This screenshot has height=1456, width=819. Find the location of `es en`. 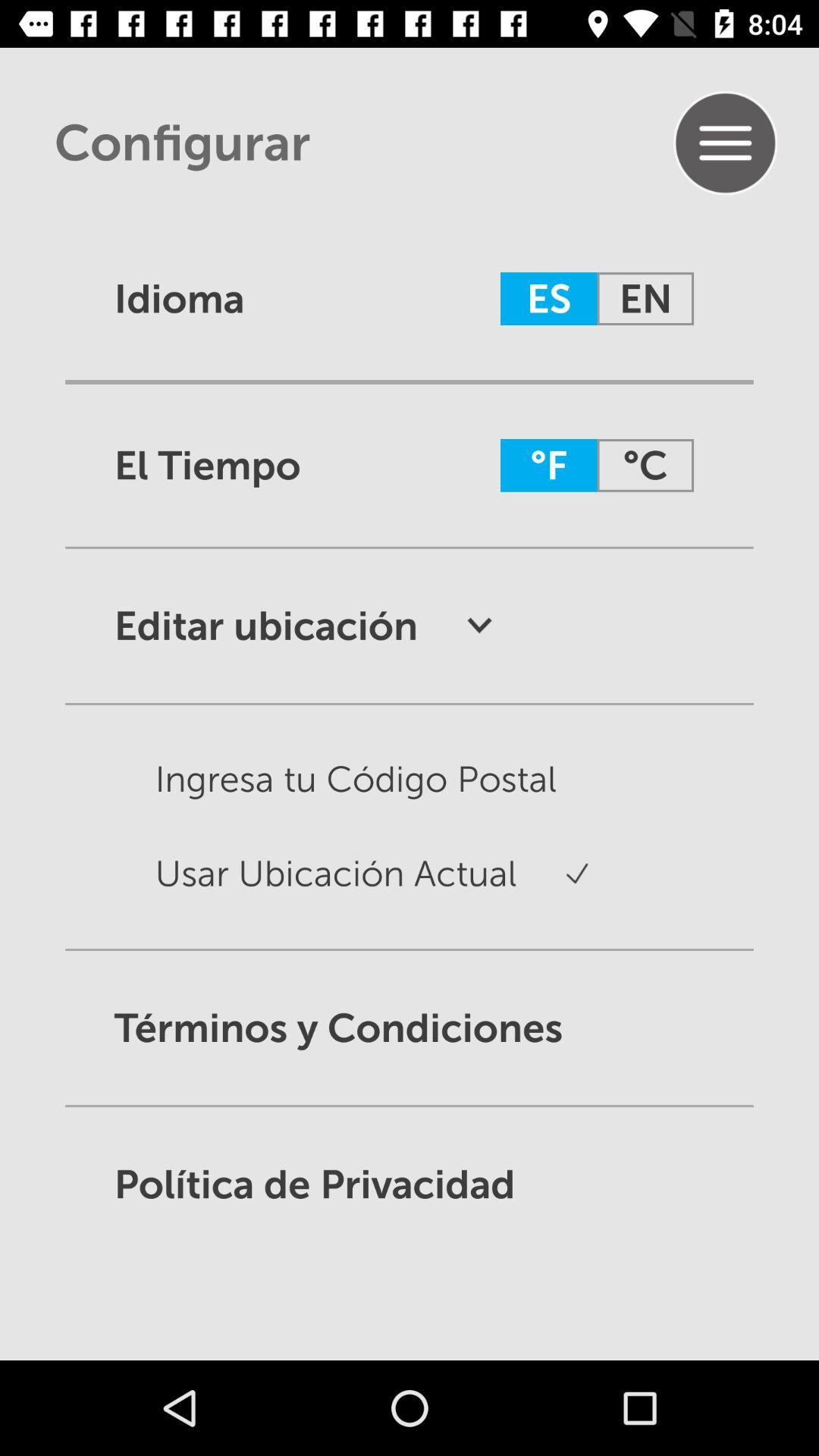

es en is located at coordinates (596, 298).